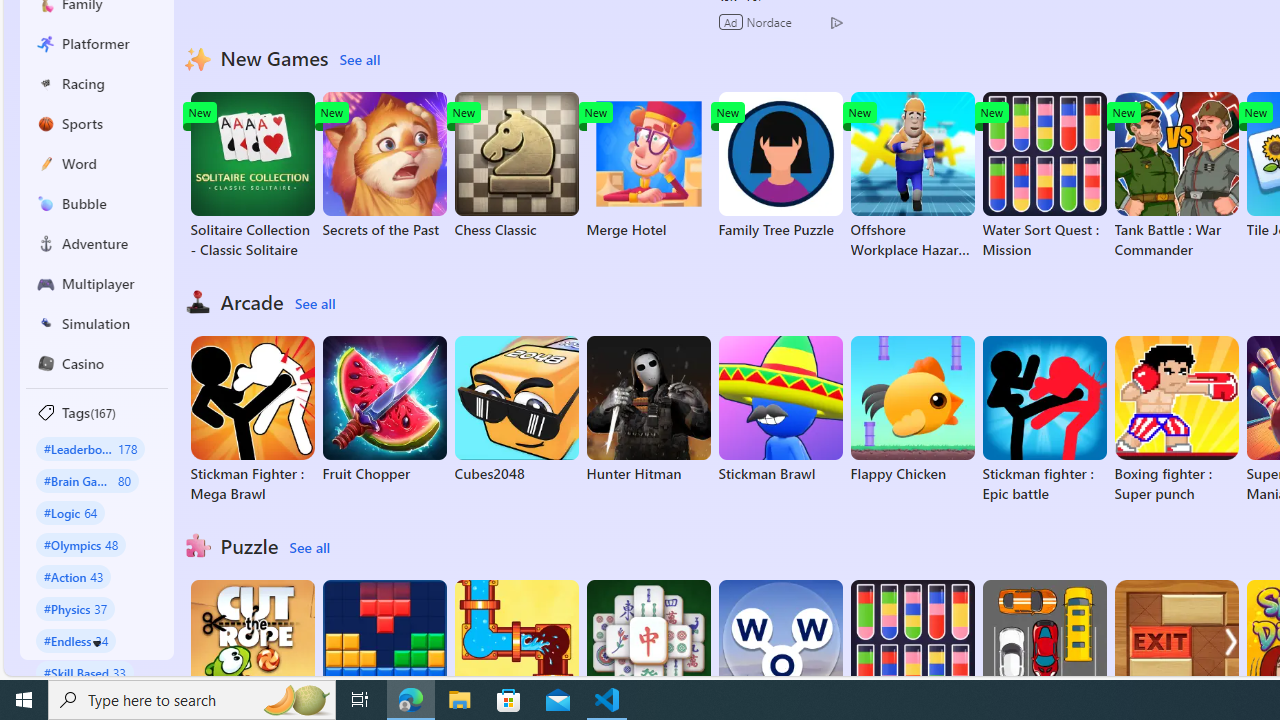 This screenshot has width=1280, height=720. Describe the element at coordinates (1043, 175) in the screenshot. I see `'Water Sort Quest : Mission'` at that location.